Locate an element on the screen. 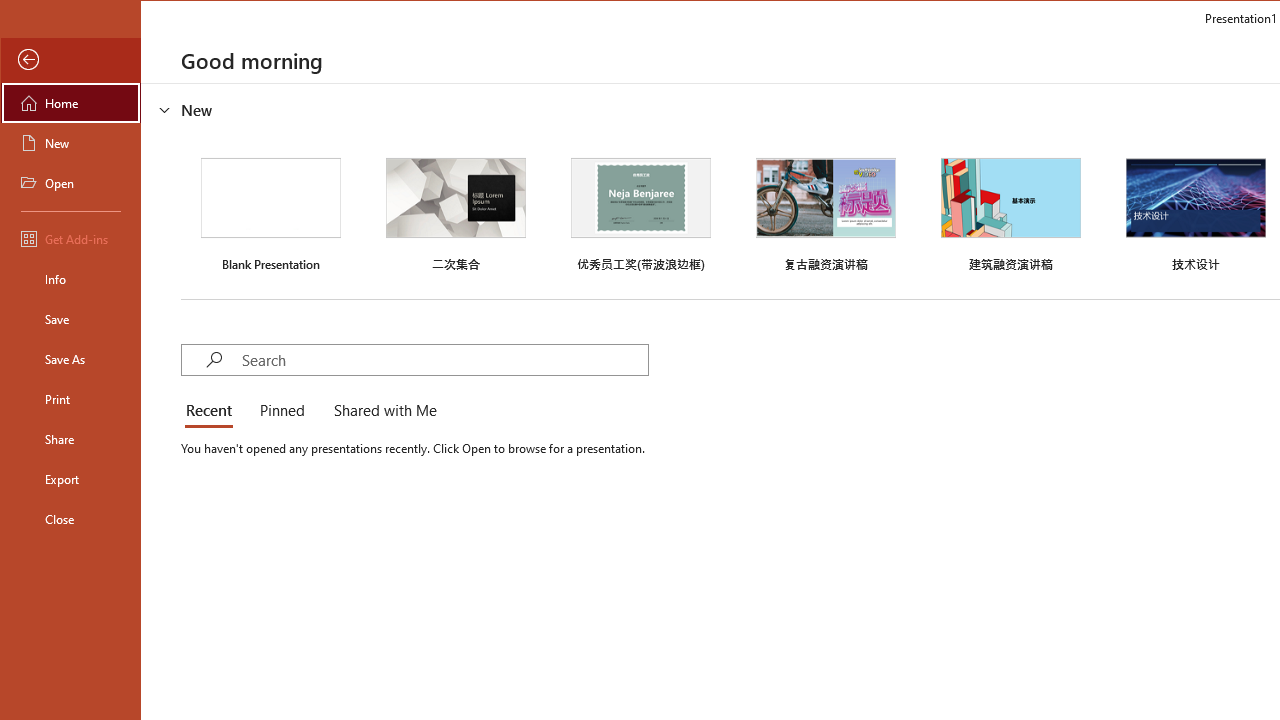 This screenshot has width=1280, height=720. 'New' is located at coordinates (71, 141).